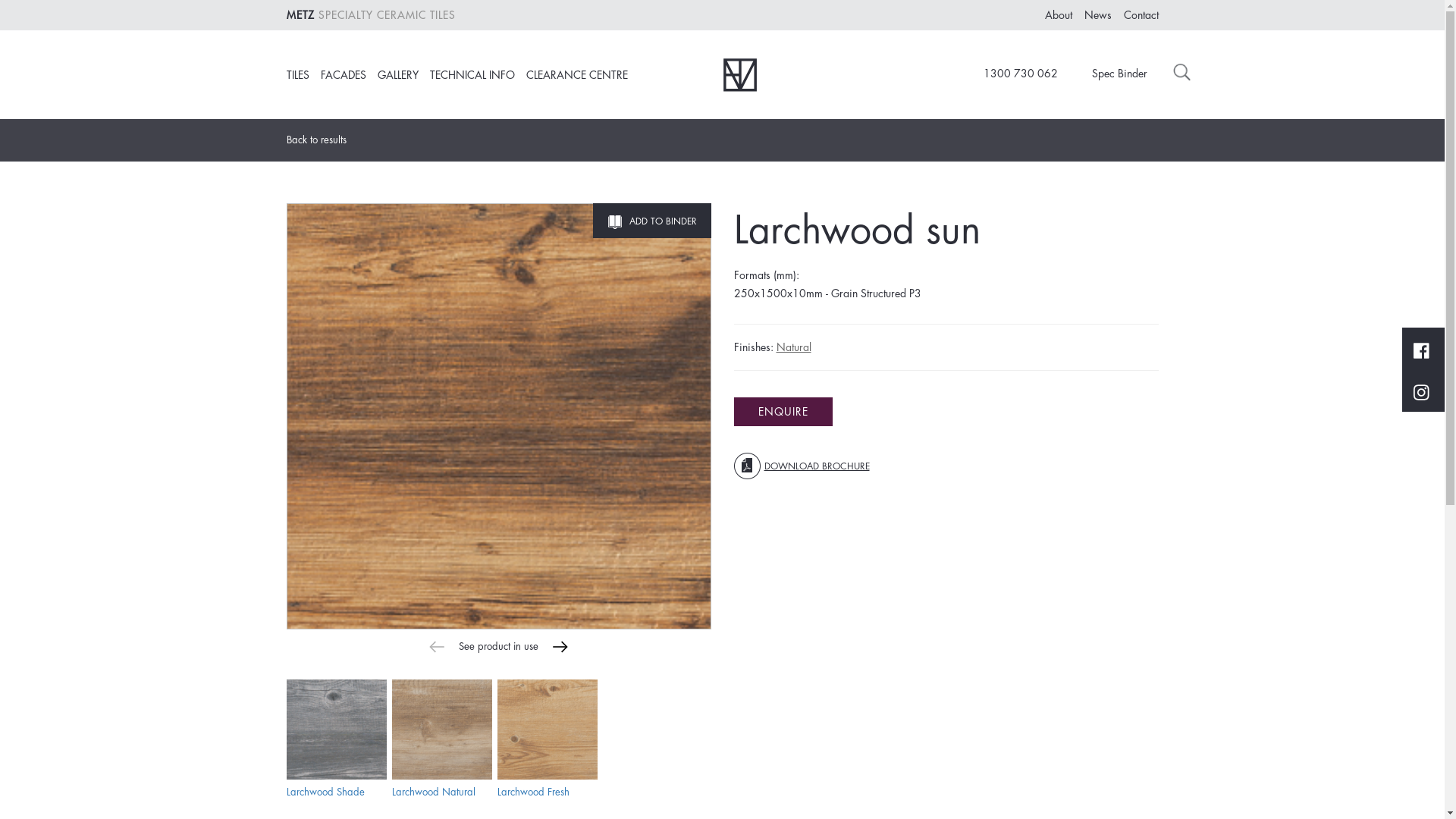  I want to click on 'Add To Binder', so click(651, 220).